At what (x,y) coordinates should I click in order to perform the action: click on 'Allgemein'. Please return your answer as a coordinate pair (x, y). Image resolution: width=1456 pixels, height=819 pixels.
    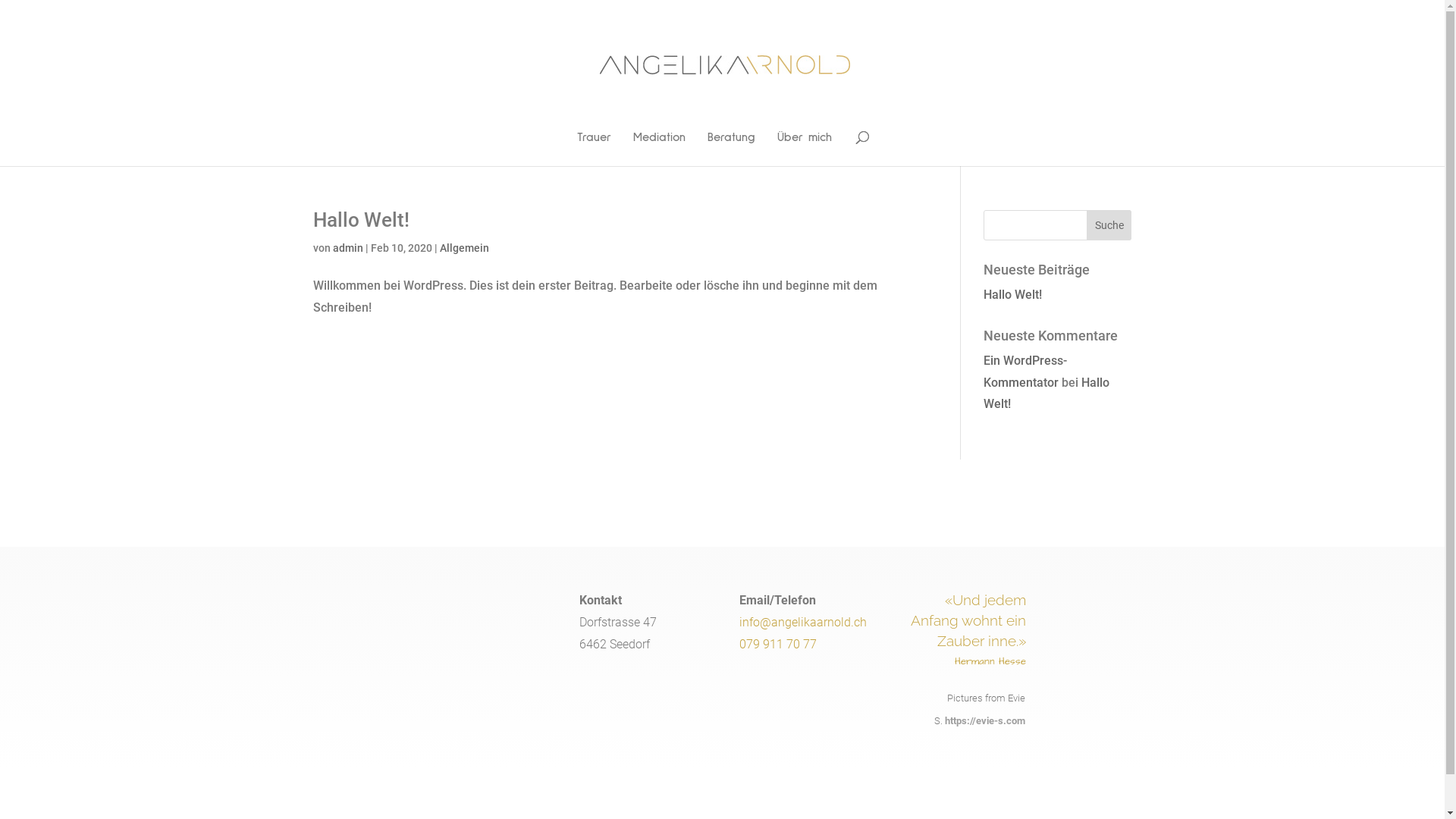
    Looking at the image, I should click on (439, 247).